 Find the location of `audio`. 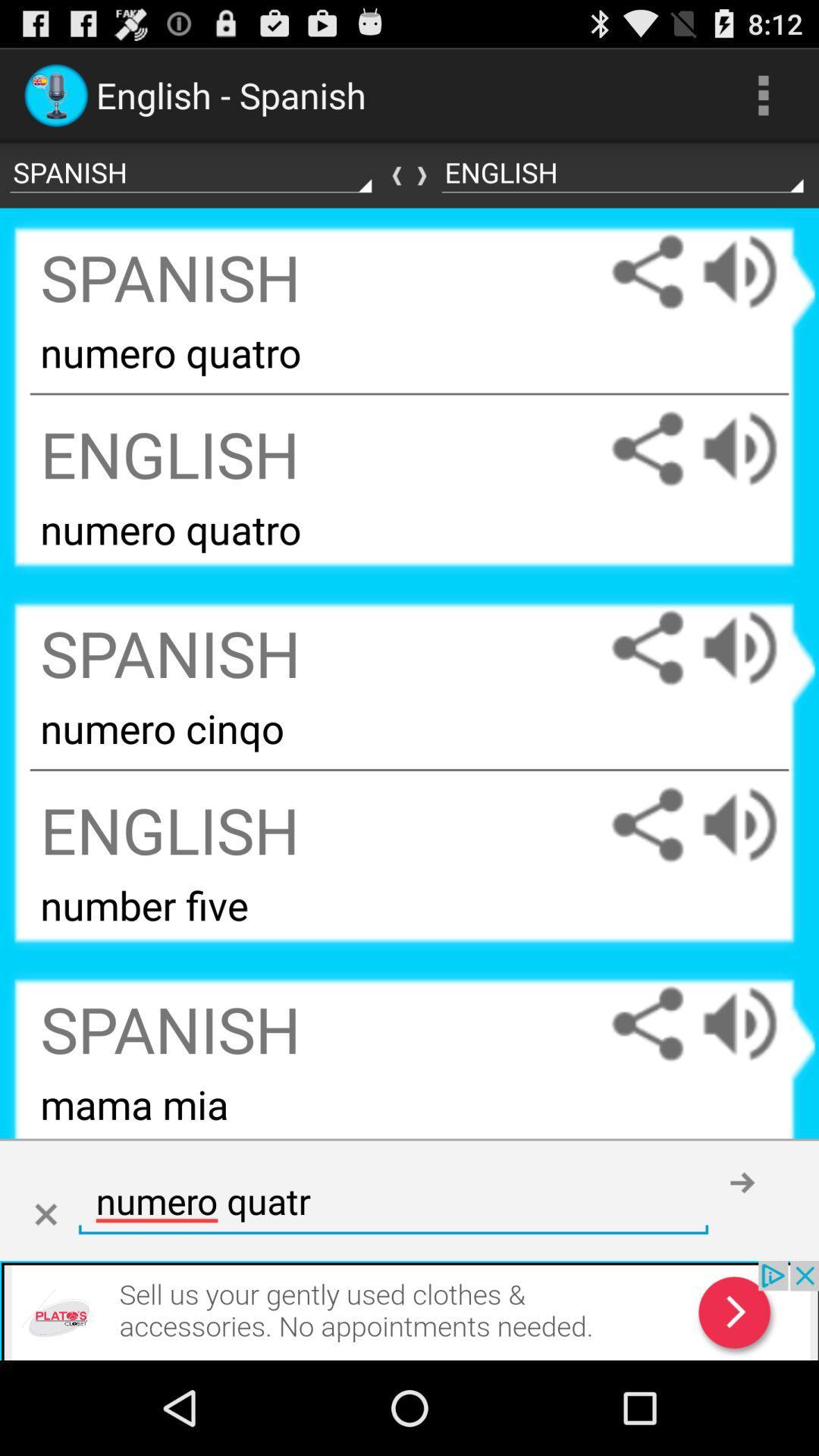

audio is located at coordinates (755, 648).